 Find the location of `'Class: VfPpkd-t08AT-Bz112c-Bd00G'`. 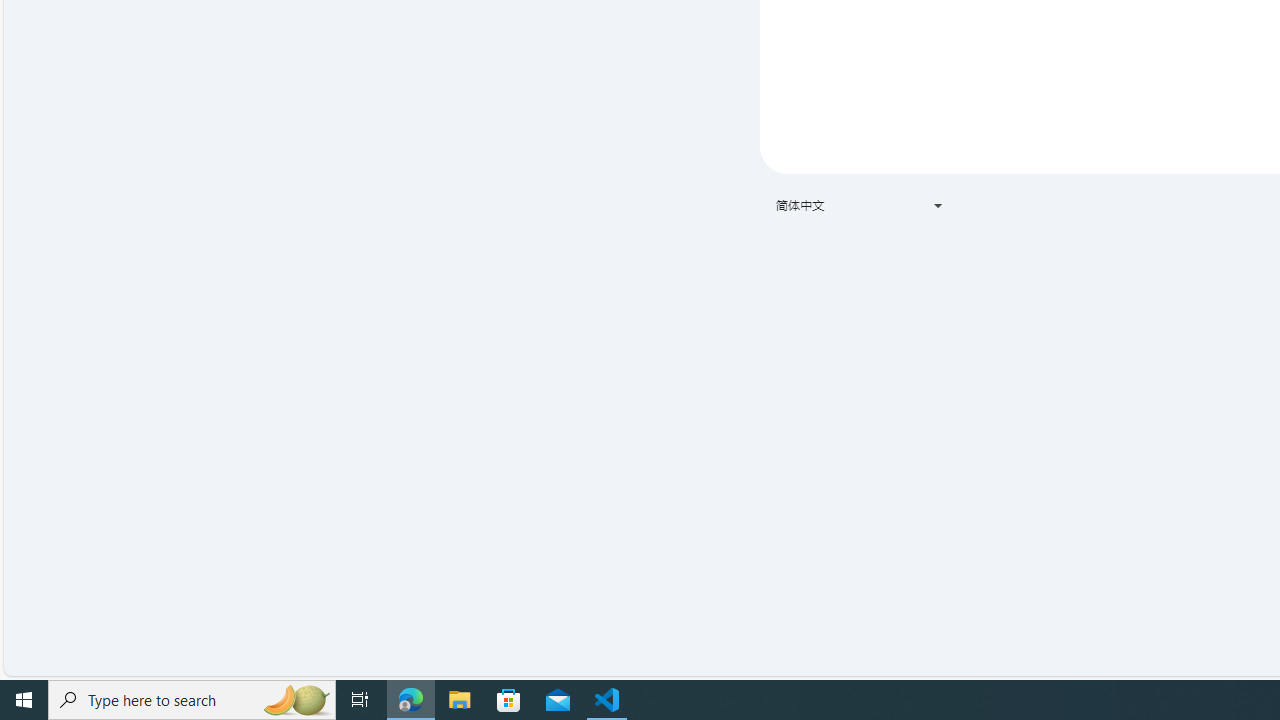

'Class: VfPpkd-t08AT-Bz112c-Bd00G' is located at coordinates (937, 205).